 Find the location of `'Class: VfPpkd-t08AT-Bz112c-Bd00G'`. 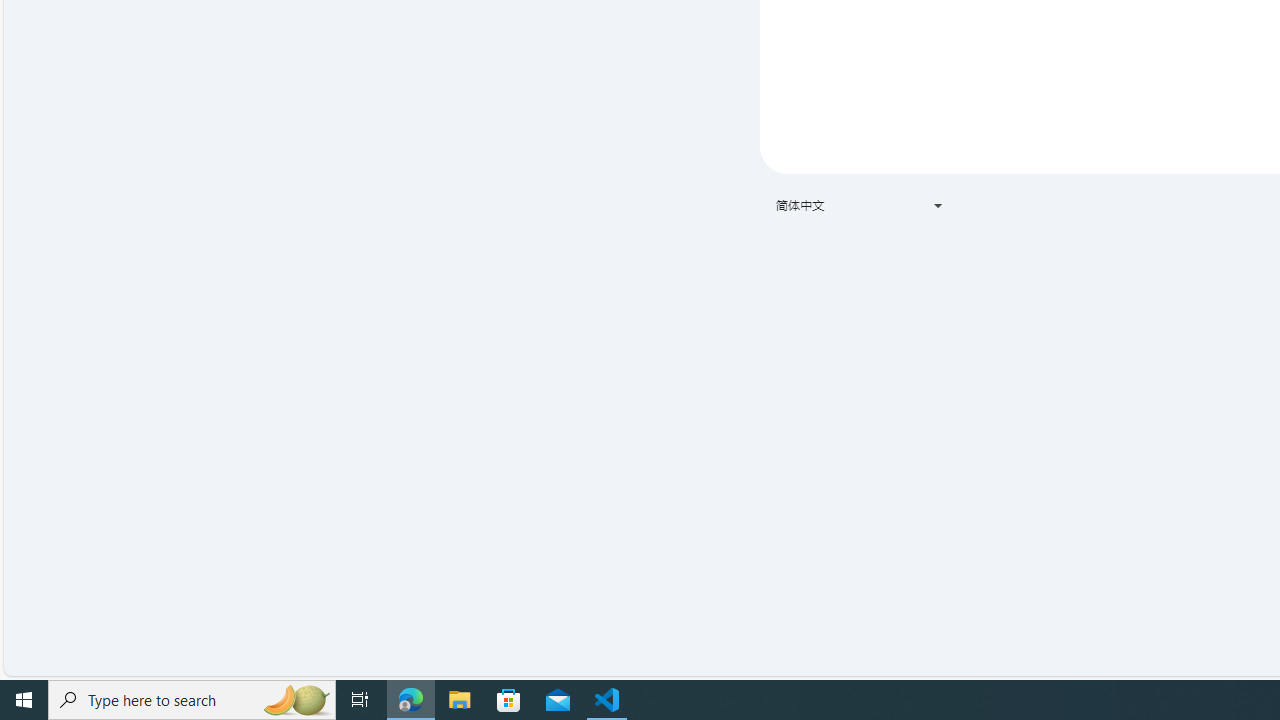

'Class: VfPpkd-t08AT-Bz112c-Bd00G' is located at coordinates (937, 205).